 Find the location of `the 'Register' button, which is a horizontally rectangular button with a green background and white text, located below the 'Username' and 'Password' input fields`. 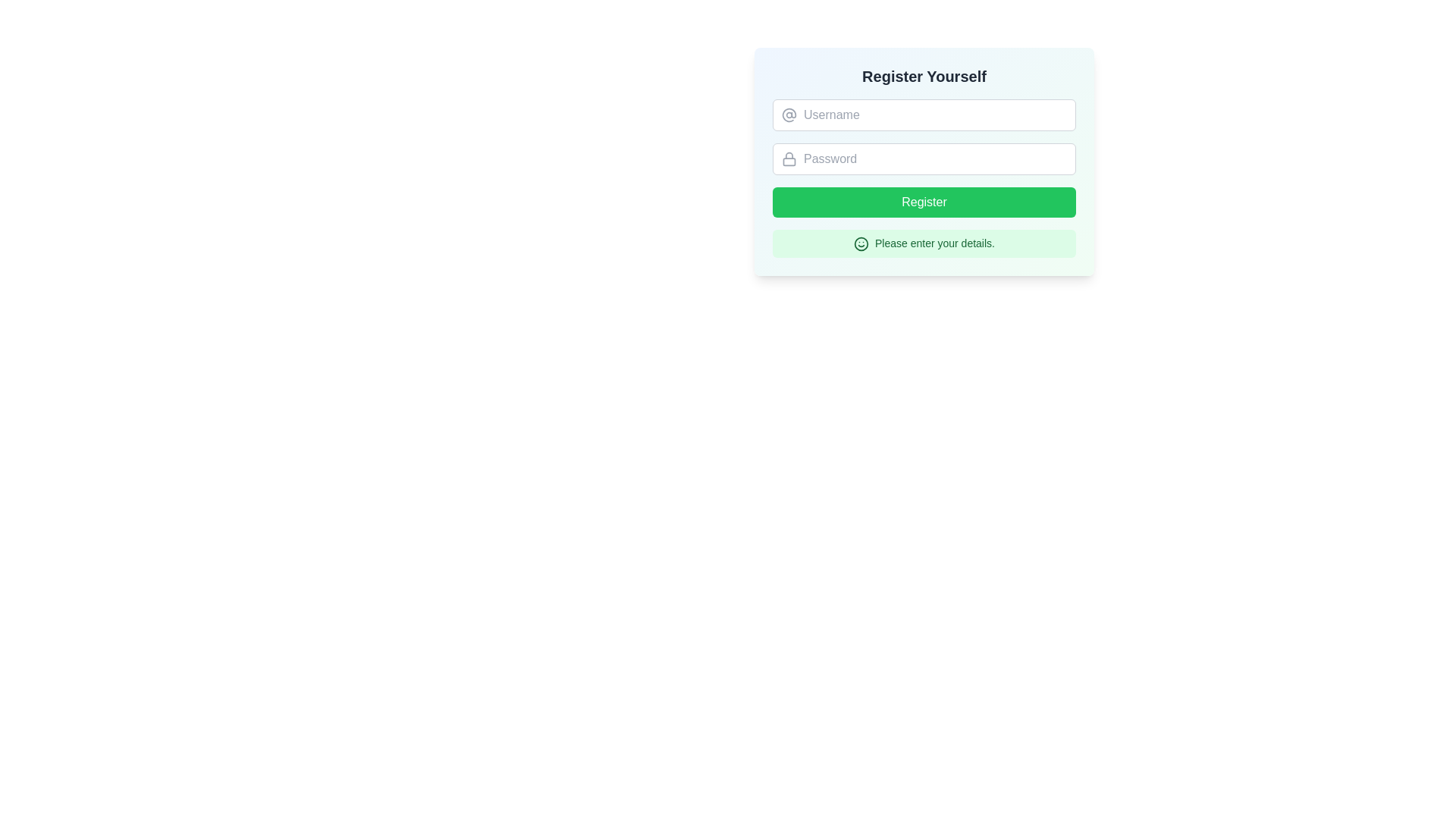

the 'Register' button, which is a horizontally rectangular button with a green background and white text, located below the 'Username' and 'Password' input fields is located at coordinates (924, 201).